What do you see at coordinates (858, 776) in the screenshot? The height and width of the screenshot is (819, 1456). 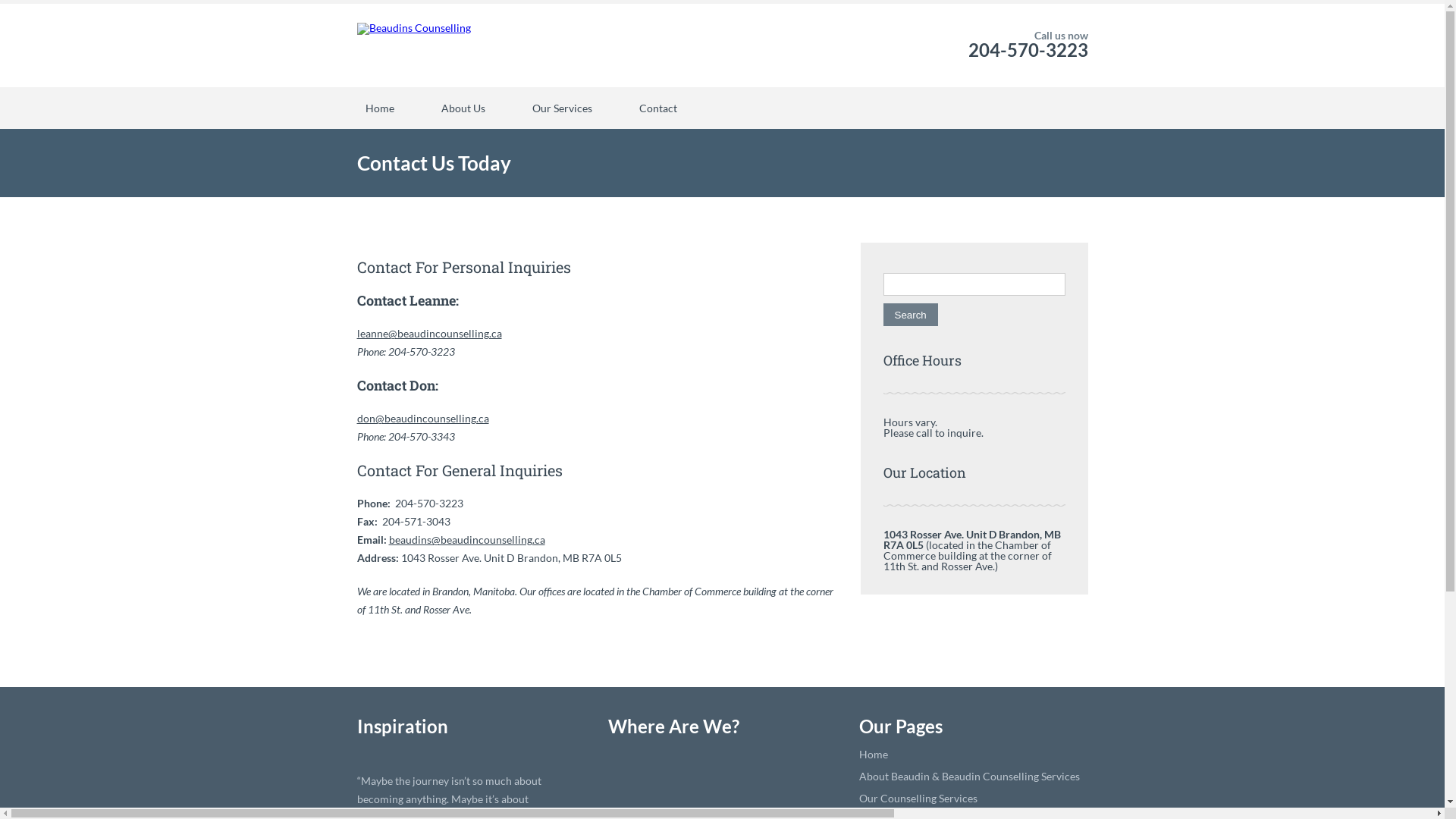 I see `'About Beaudin & Beaudin Counselling Services'` at bounding box center [858, 776].